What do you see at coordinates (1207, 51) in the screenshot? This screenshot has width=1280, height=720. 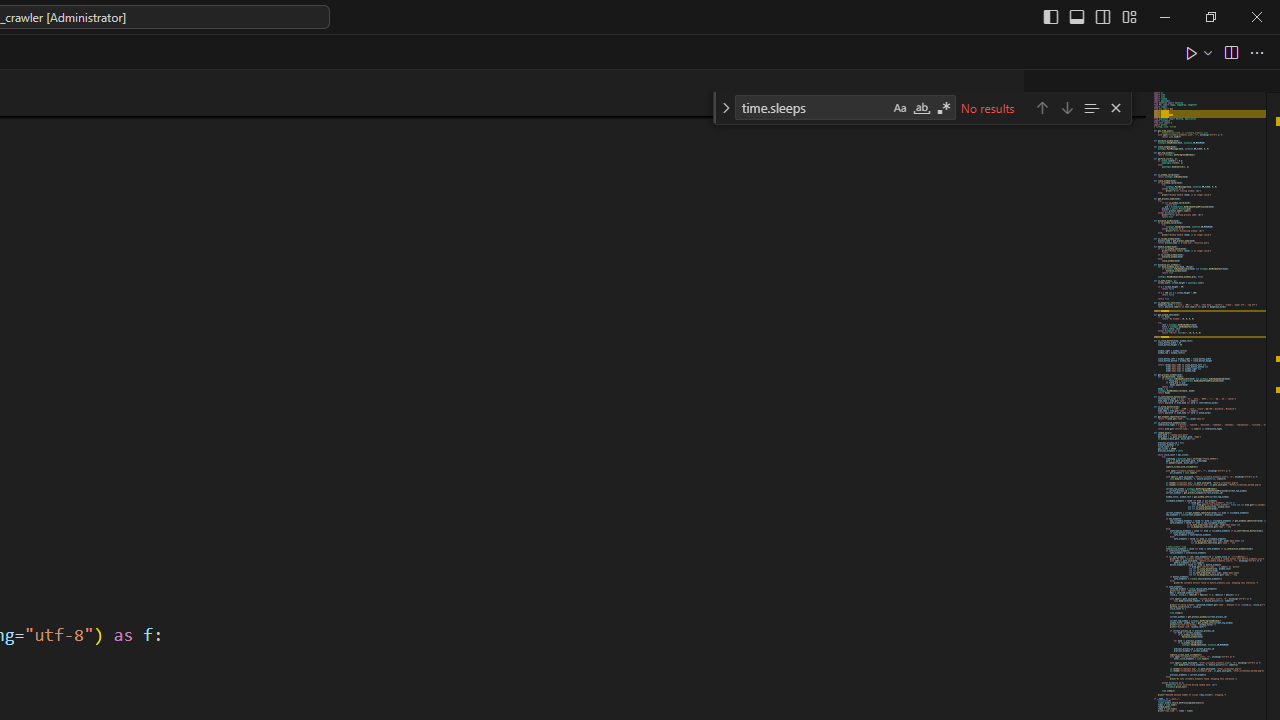 I see `'Run or Debug...'` at bounding box center [1207, 51].